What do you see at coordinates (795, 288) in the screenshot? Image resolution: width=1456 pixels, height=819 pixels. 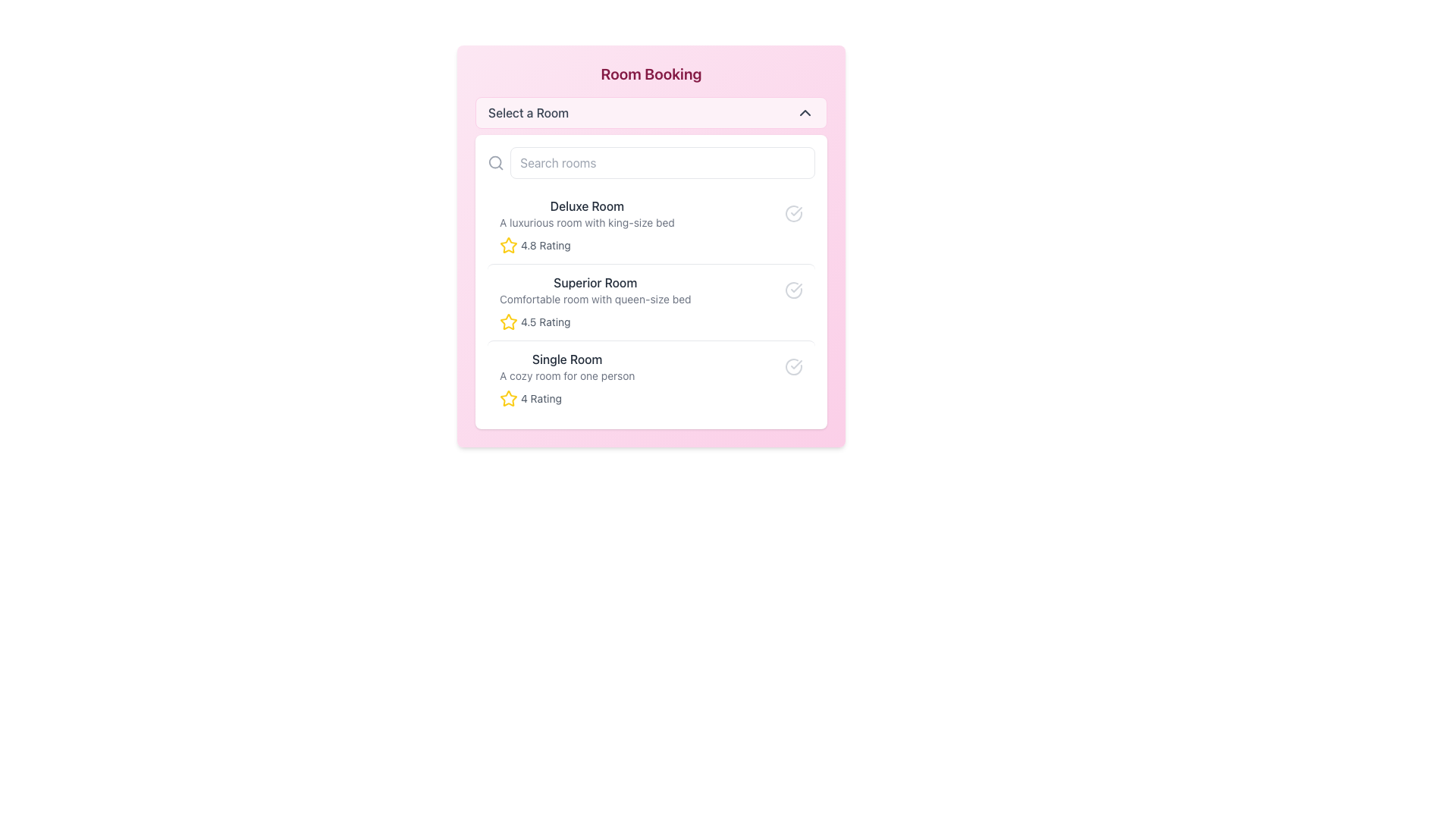 I see `the visual confirmation represented by the checkmark graphic associated with the 'Single Room' selection in the room selection interface` at bounding box center [795, 288].